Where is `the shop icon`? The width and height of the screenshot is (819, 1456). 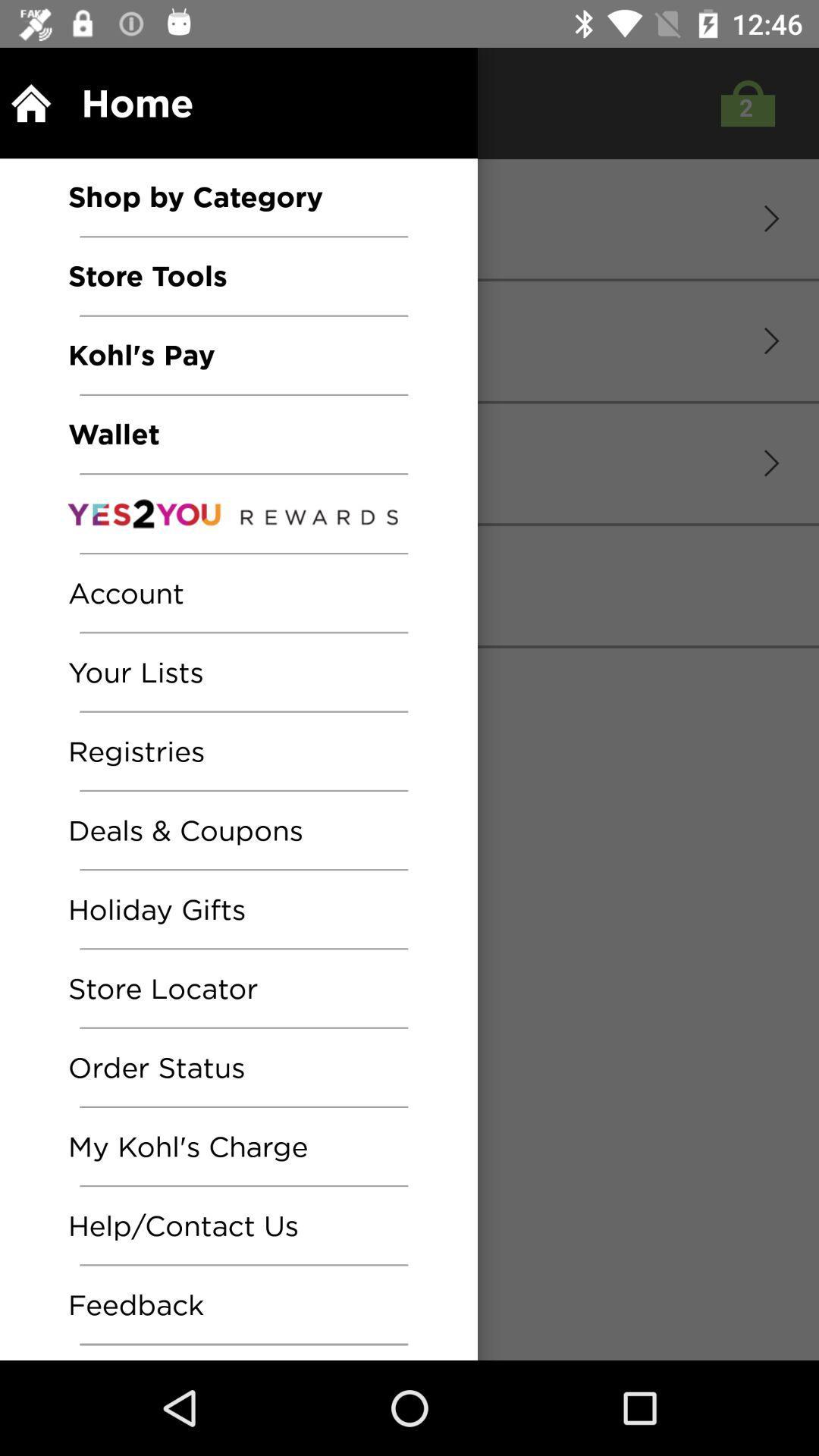 the shop icon is located at coordinates (743, 102).